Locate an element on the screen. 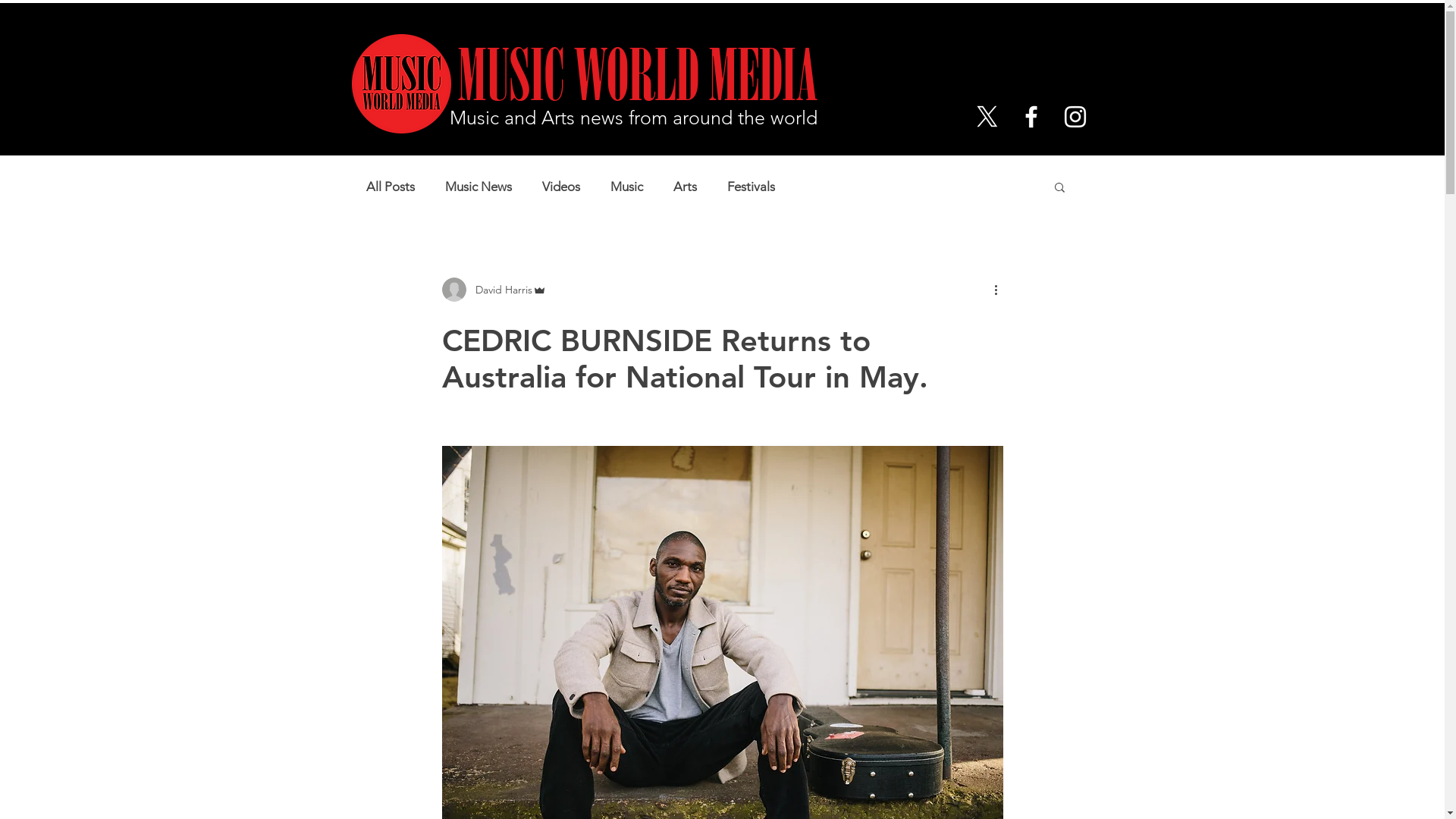 The height and width of the screenshot is (819, 1456). 'All Posts' is located at coordinates (389, 186).